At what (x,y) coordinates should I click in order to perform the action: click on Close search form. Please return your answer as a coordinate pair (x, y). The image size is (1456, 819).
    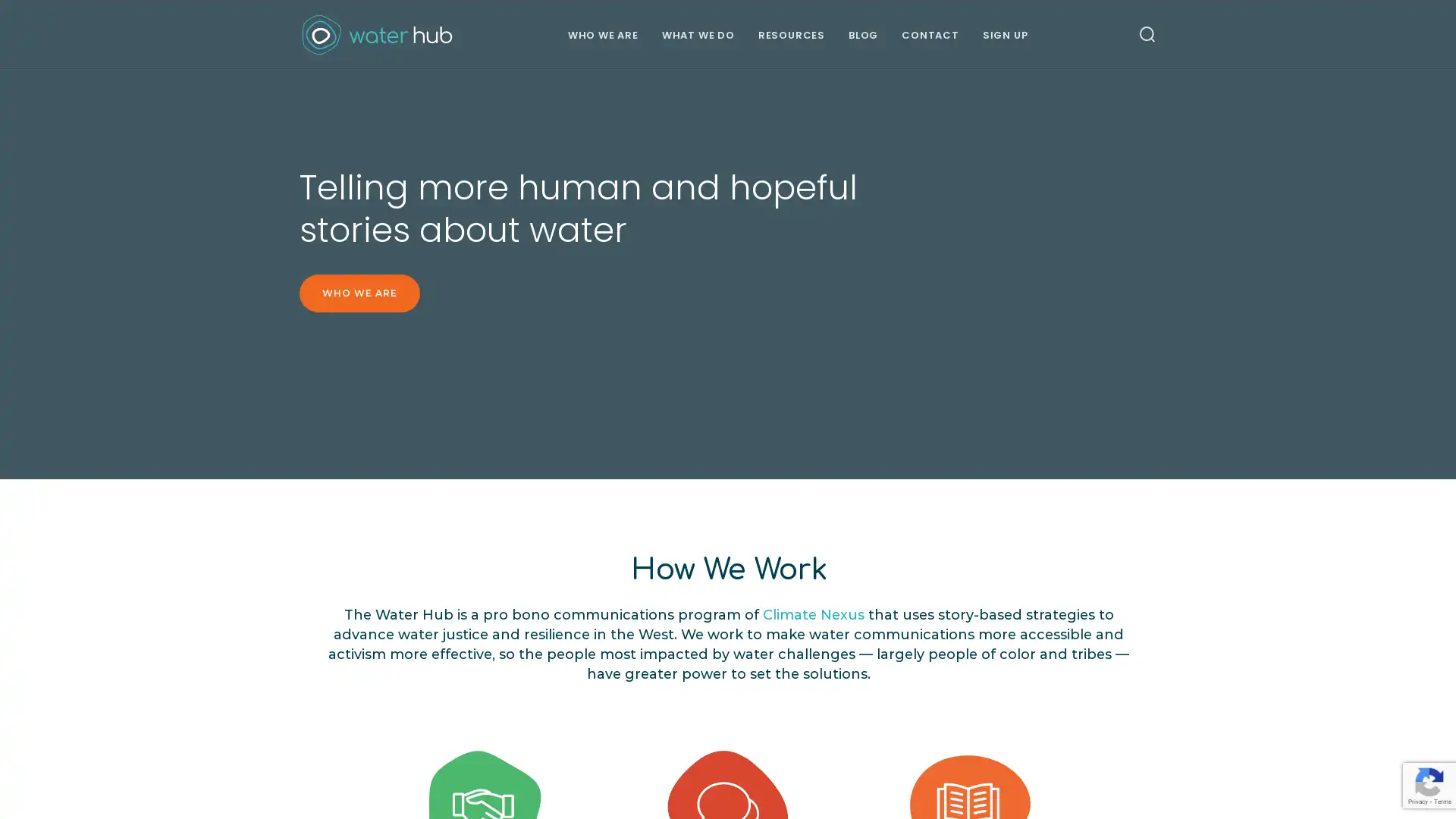
    Looking at the image, I should click on (1400, 53).